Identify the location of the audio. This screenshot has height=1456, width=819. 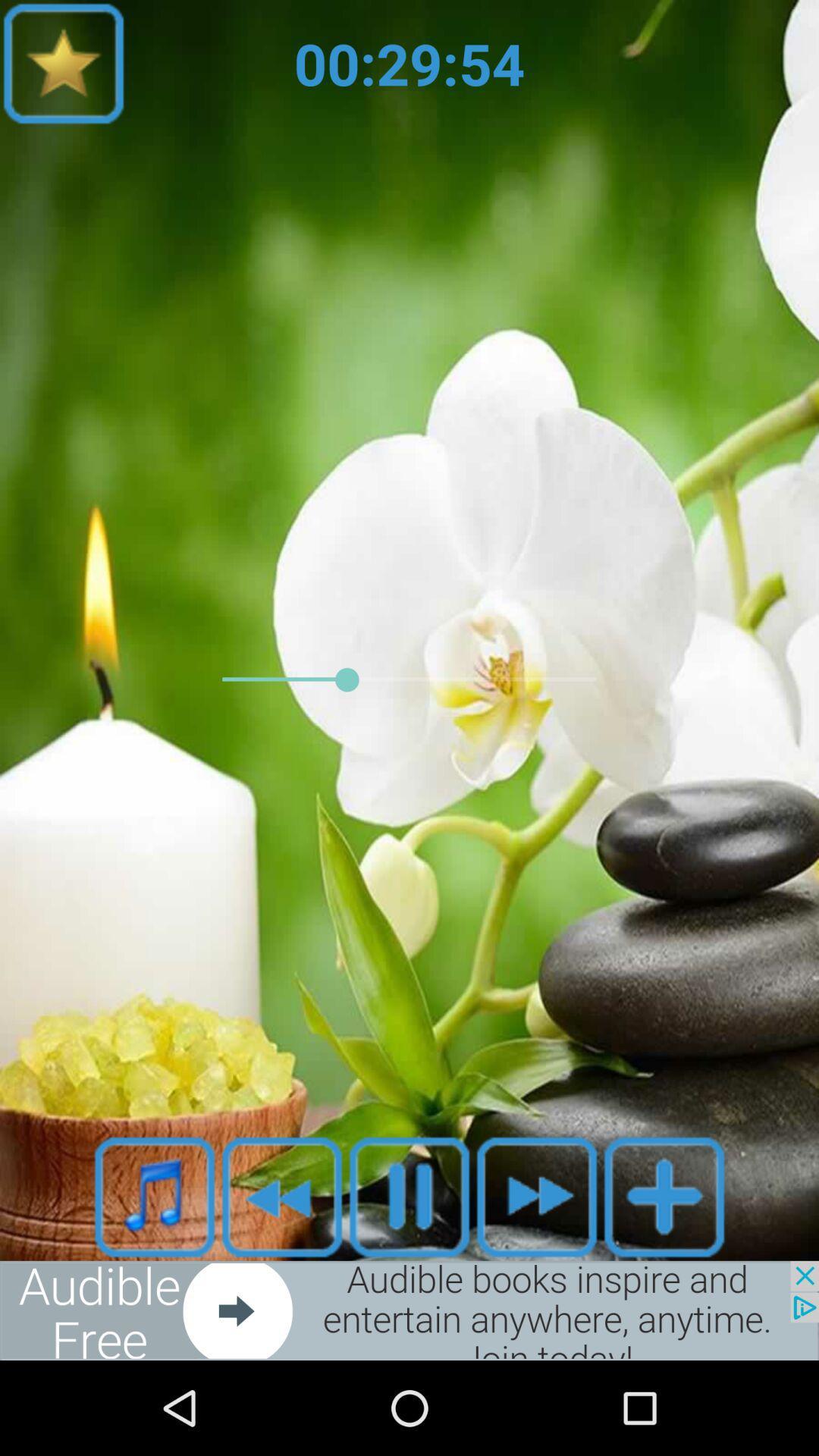
(409, 1196).